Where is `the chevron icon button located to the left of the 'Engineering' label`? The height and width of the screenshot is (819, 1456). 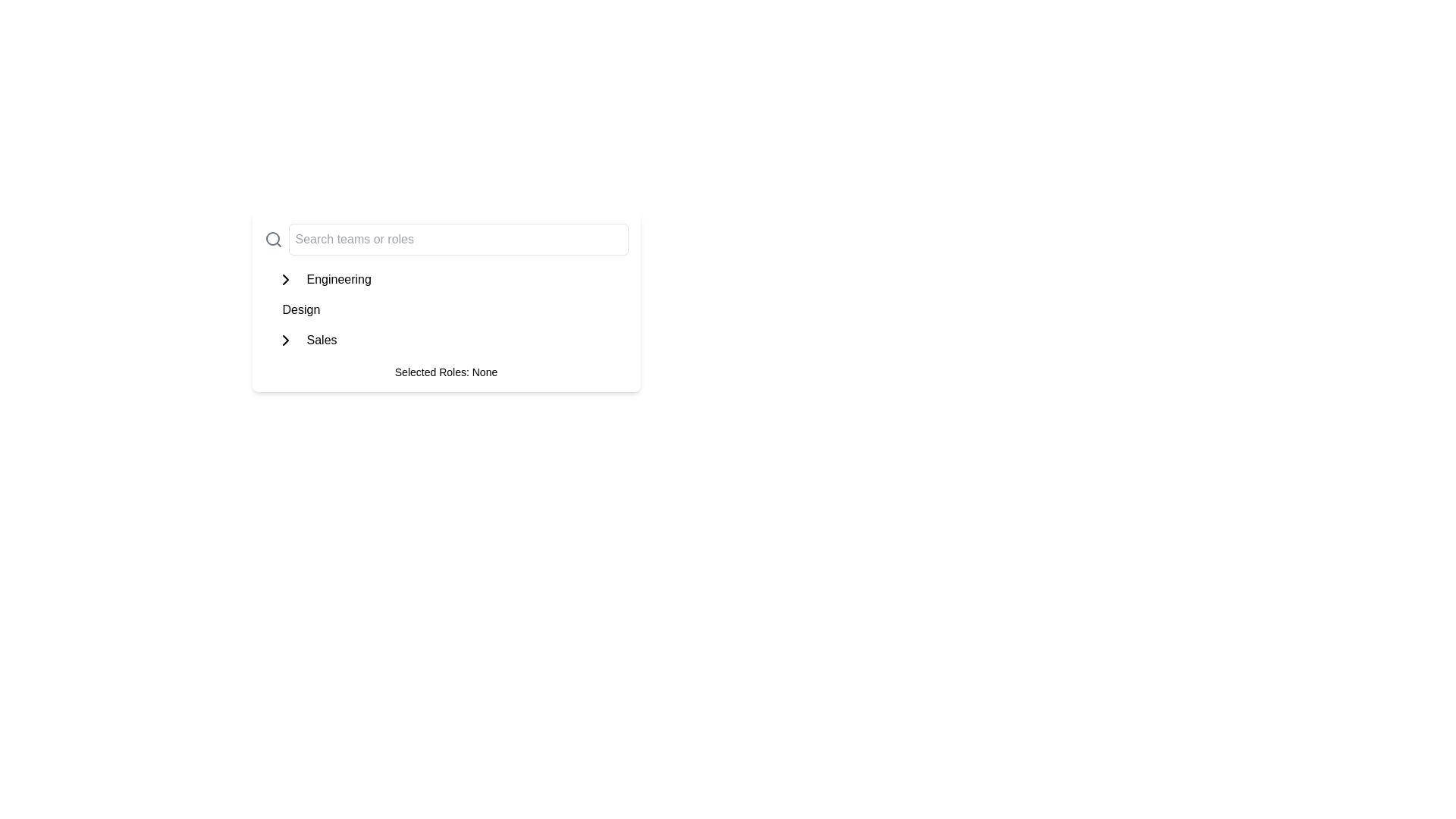
the chevron icon button located to the left of the 'Engineering' label is located at coordinates (285, 280).